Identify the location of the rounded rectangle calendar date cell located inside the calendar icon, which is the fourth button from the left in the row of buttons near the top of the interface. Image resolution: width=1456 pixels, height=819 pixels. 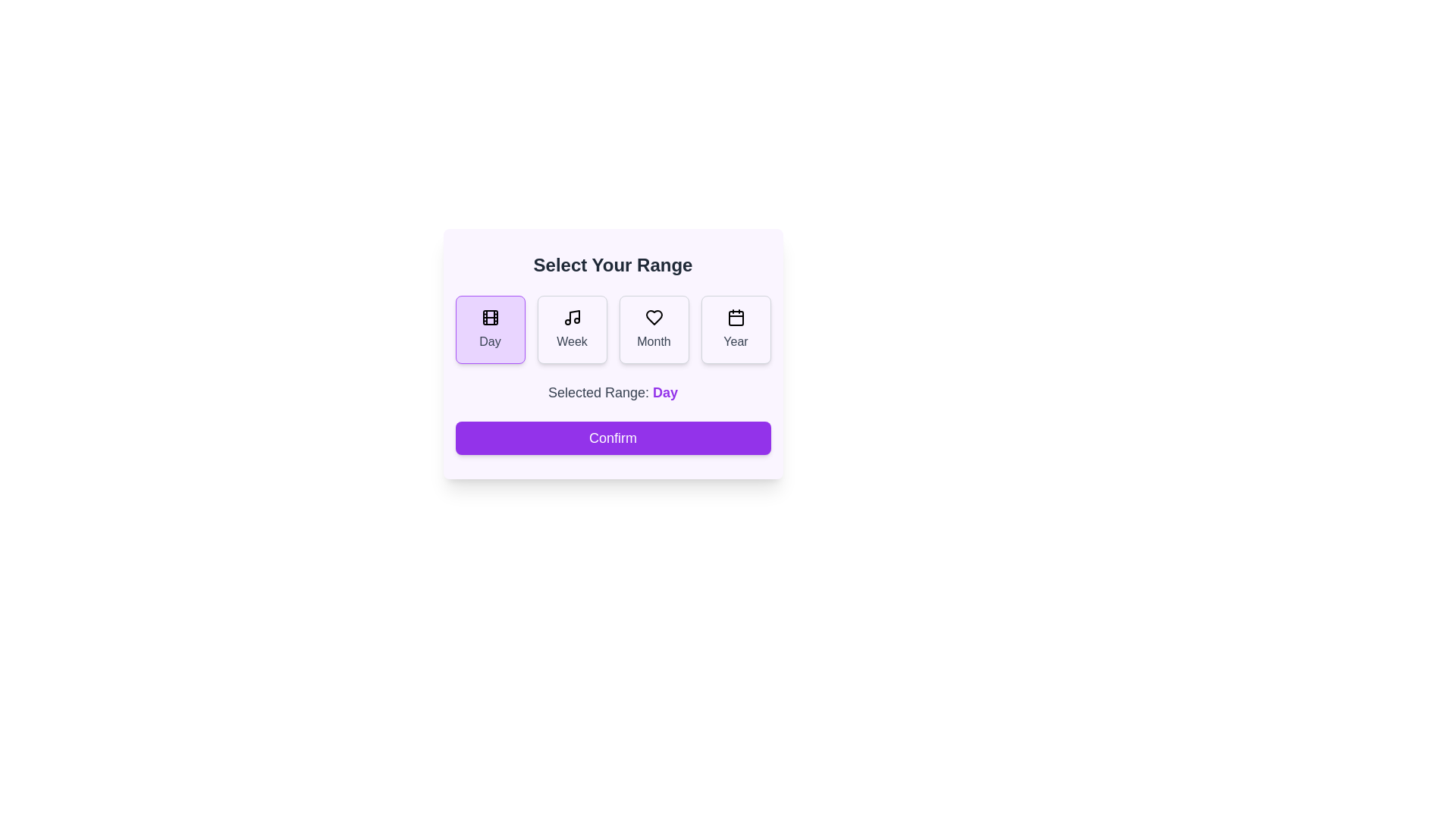
(736, 318).